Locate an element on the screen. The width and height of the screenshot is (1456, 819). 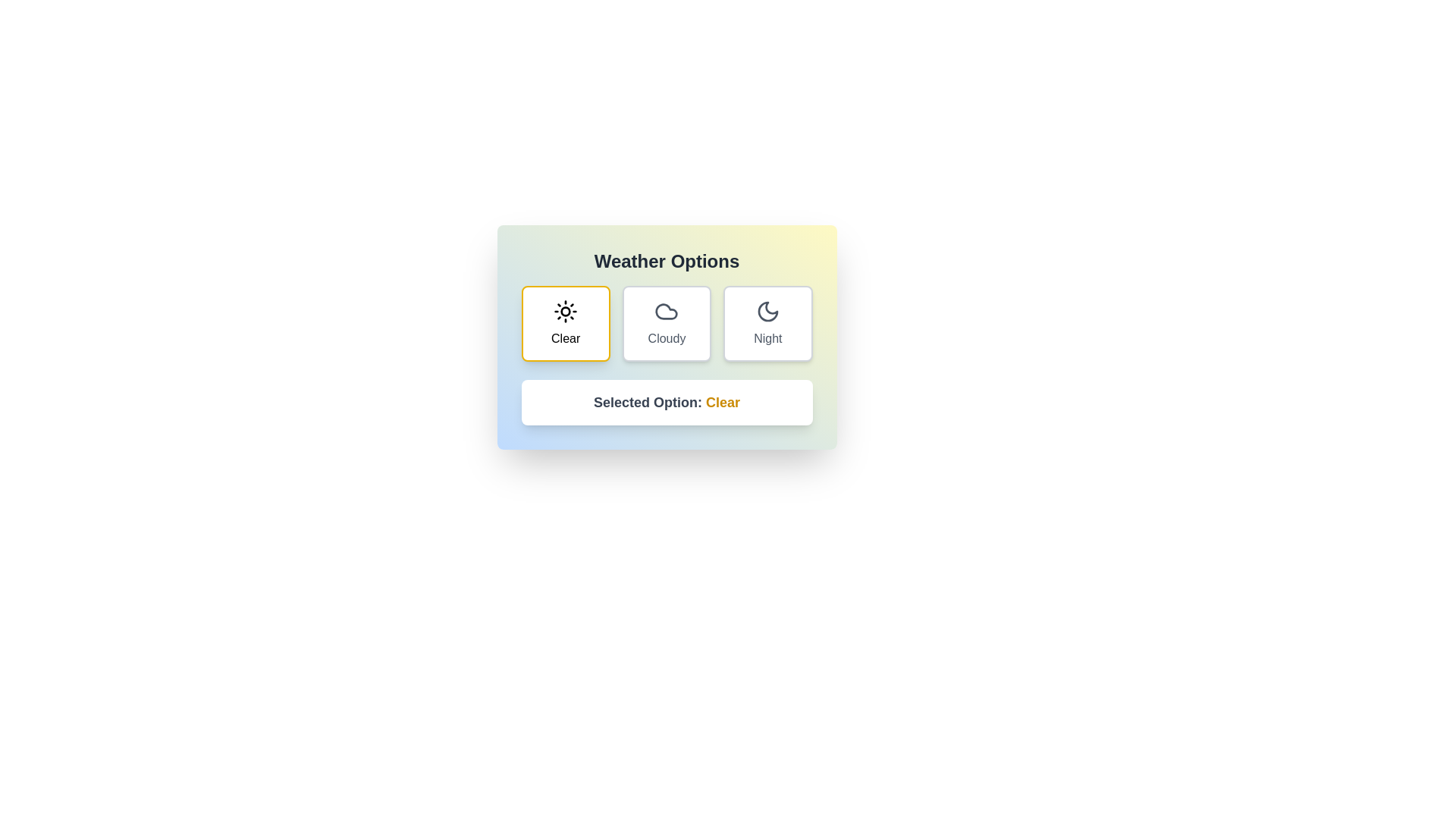
the 'Clear' weather button located in the upper-left section of the grid layout to possibly highlight or show details is located at coordinates (565, 323).